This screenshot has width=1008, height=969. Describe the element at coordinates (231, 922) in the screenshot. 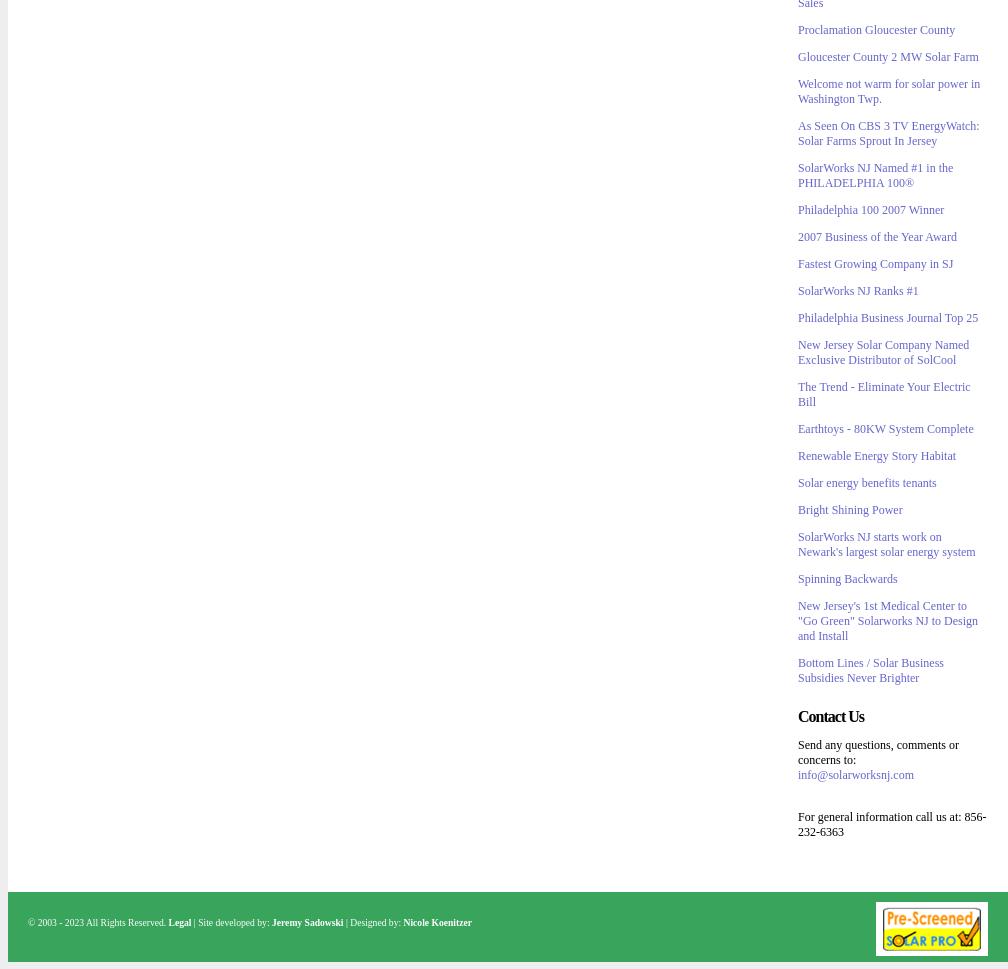

I see `'| Site developed by:'` at that location.